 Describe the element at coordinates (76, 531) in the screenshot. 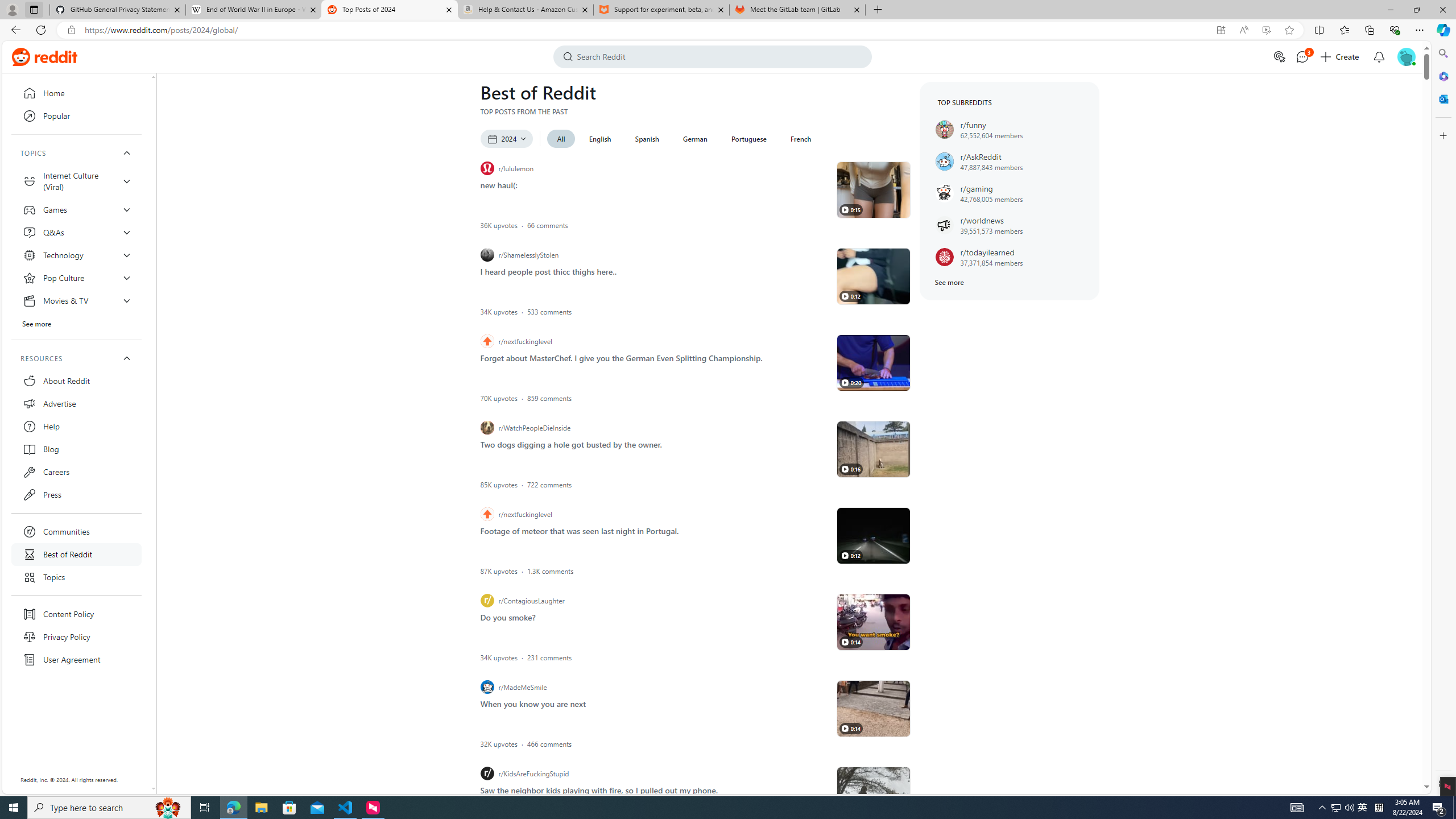

I see `'Communities'` at that location.